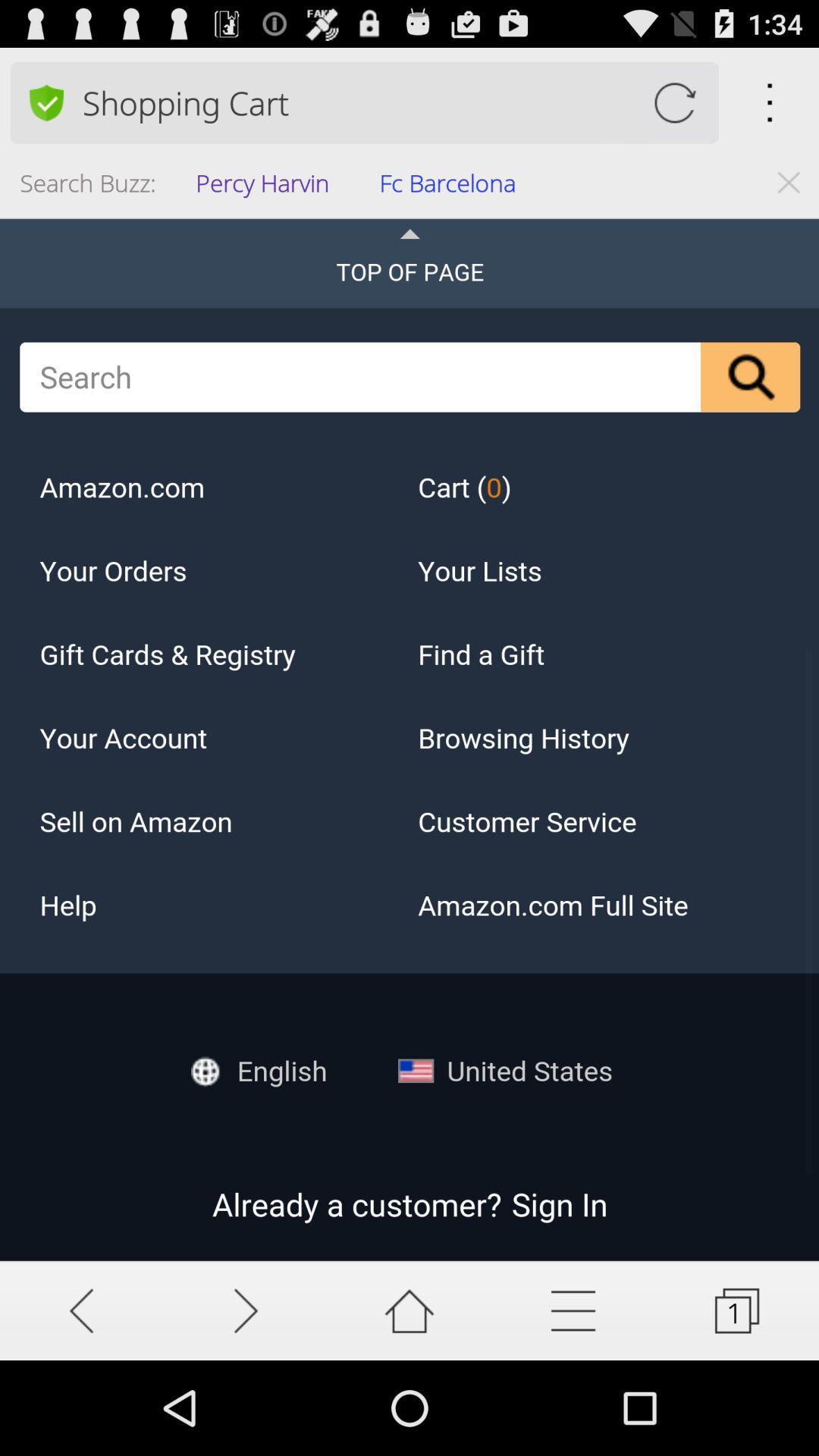  Describe the element at coordinates (400, 102) in the screenshot. I see `shopping cart item` at that location.